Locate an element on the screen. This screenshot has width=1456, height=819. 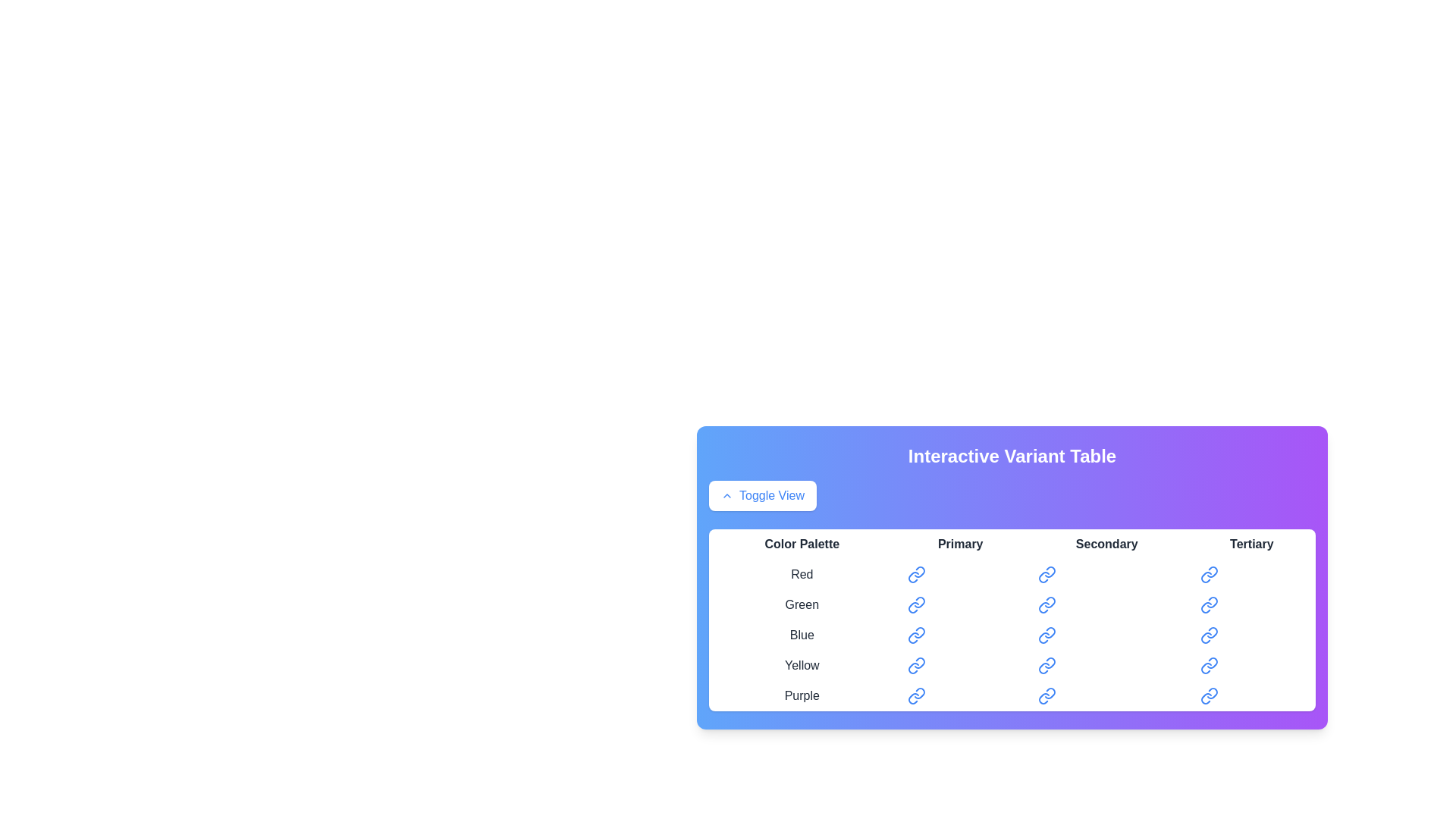
the 'Primary' label, which is the second label in a horizontal list of four labels in the 'Interactive Variant Table' is located at coordinates (959, 543).